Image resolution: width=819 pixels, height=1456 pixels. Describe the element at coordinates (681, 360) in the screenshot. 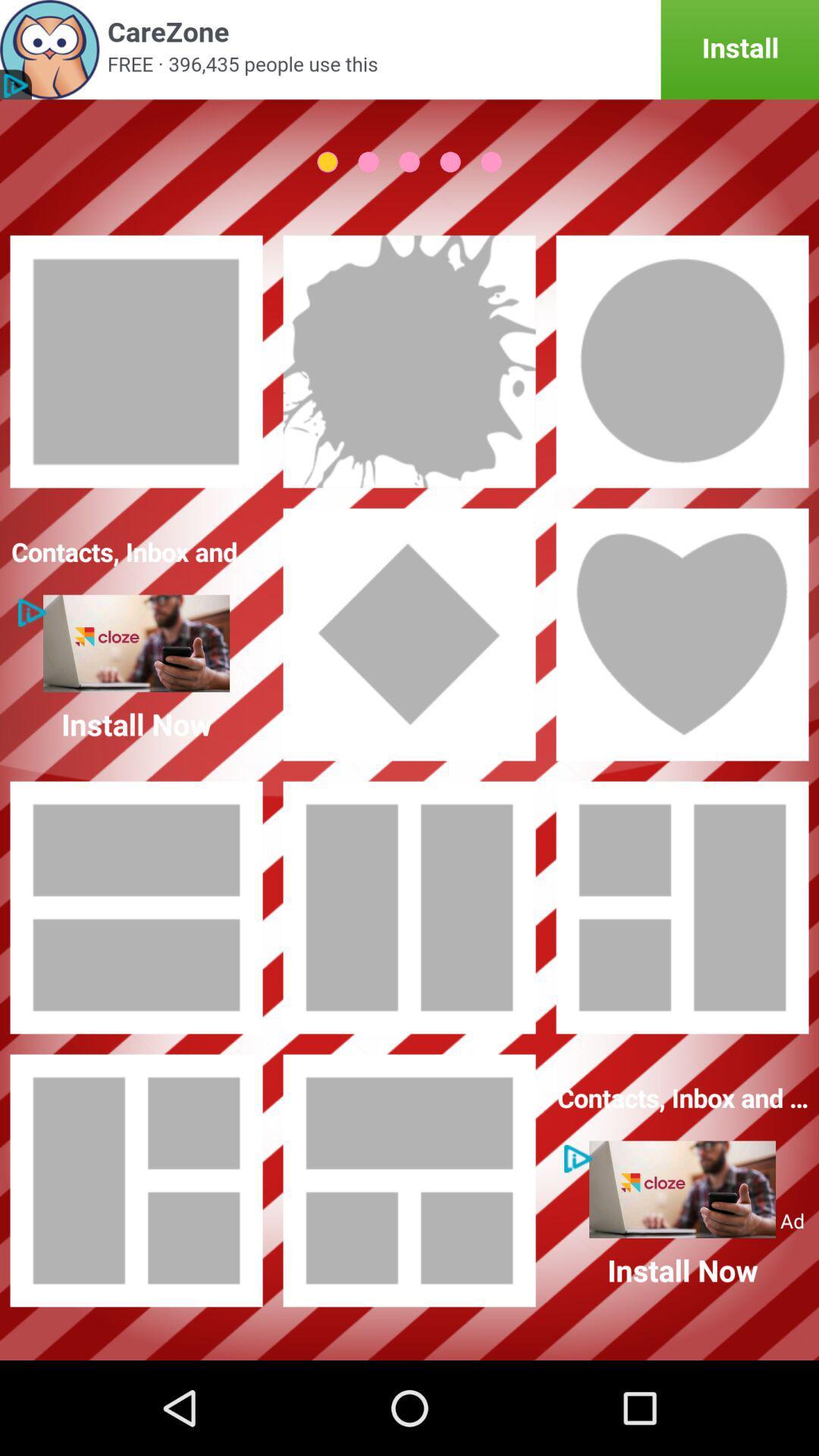

I see `to face` at that location.